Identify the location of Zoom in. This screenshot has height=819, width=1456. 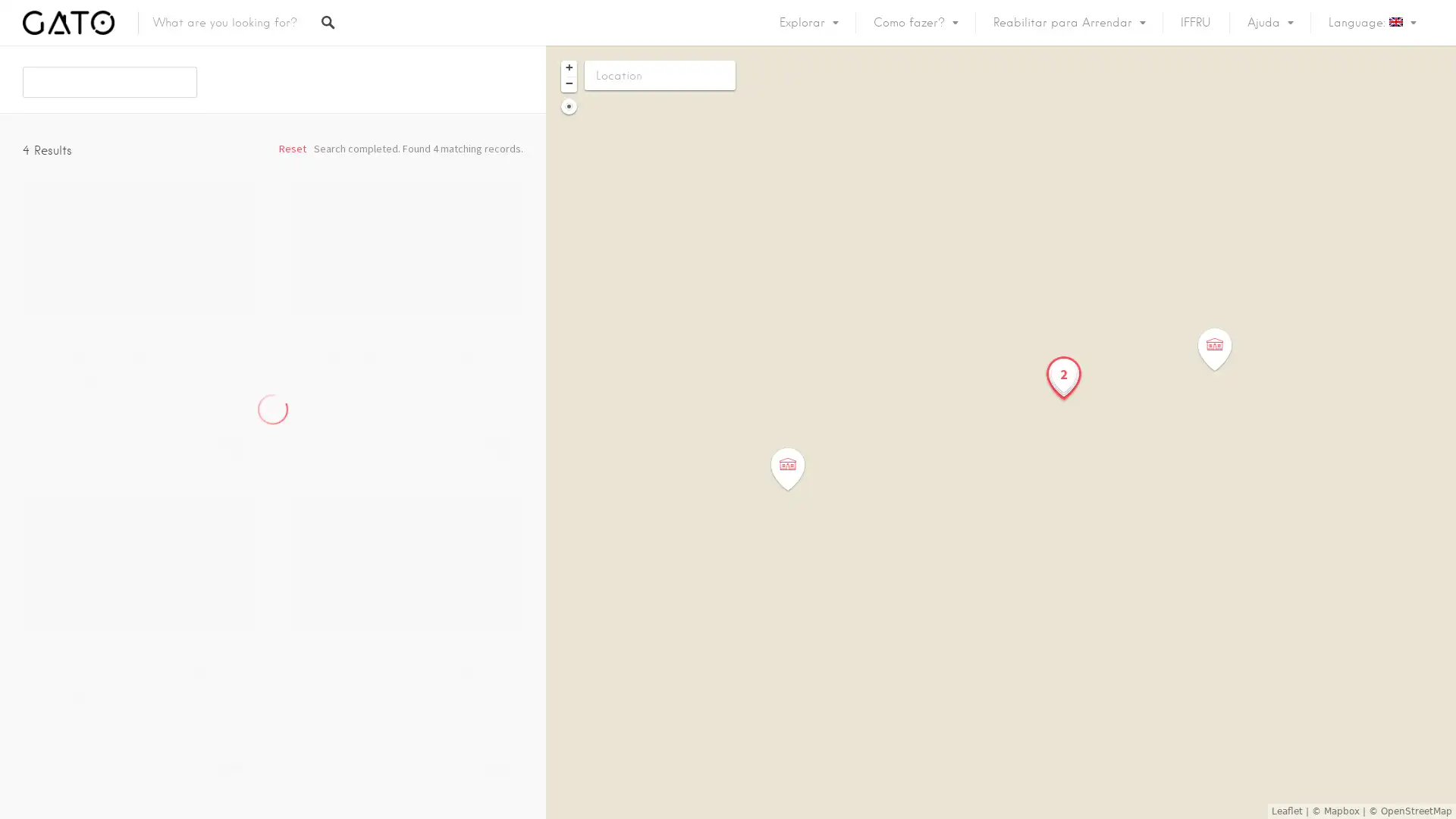
(568, 68).